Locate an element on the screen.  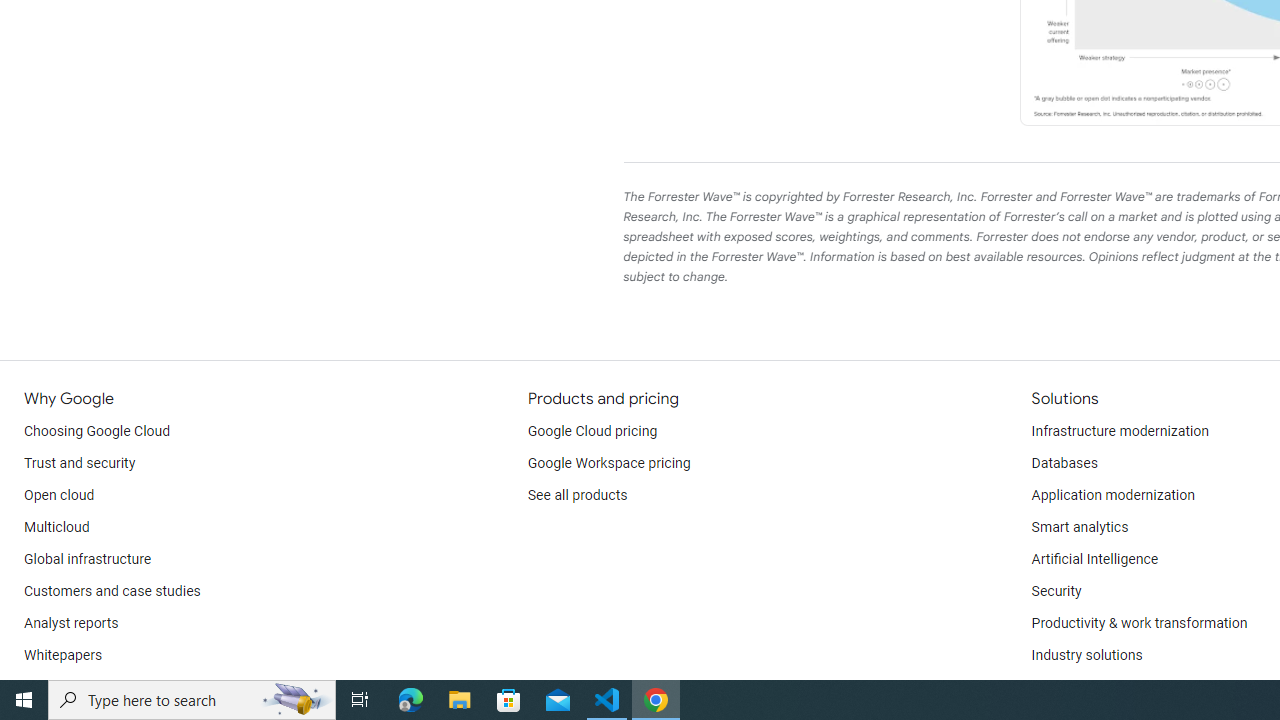
'Smart analytics' is located at coordinates (1078, 527).